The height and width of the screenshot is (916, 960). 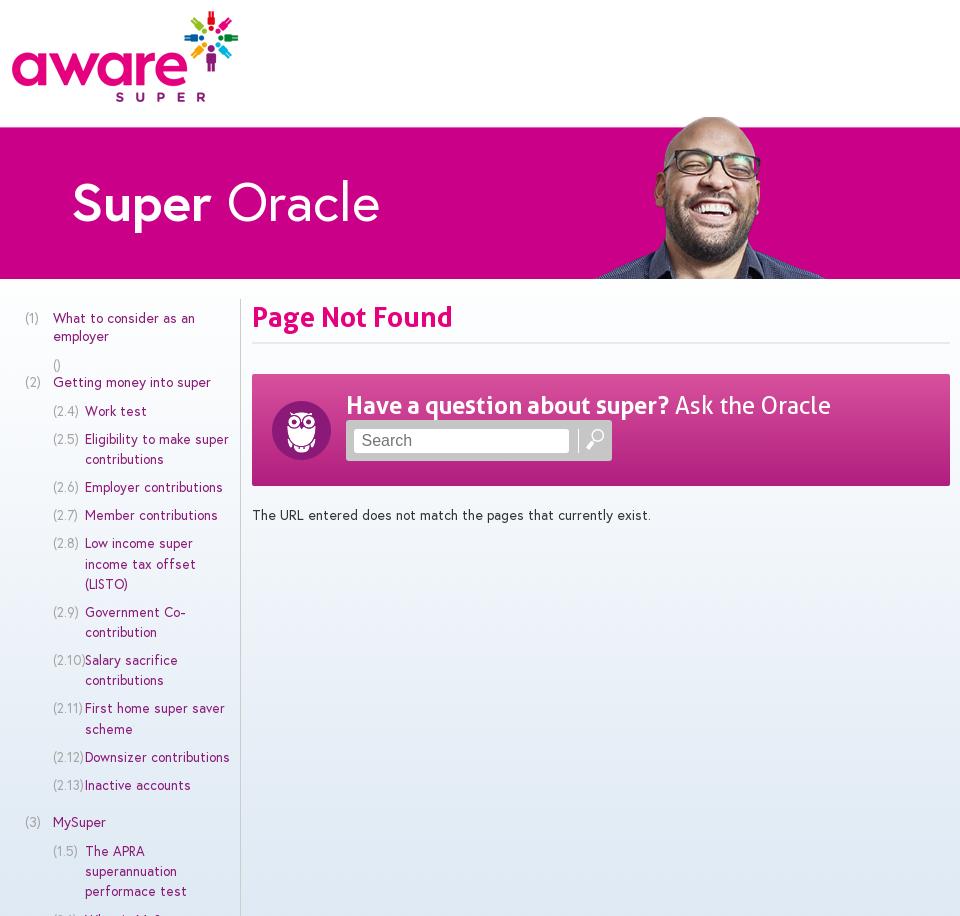 I want to click on '(2.5)', so click(x=64, y=437).